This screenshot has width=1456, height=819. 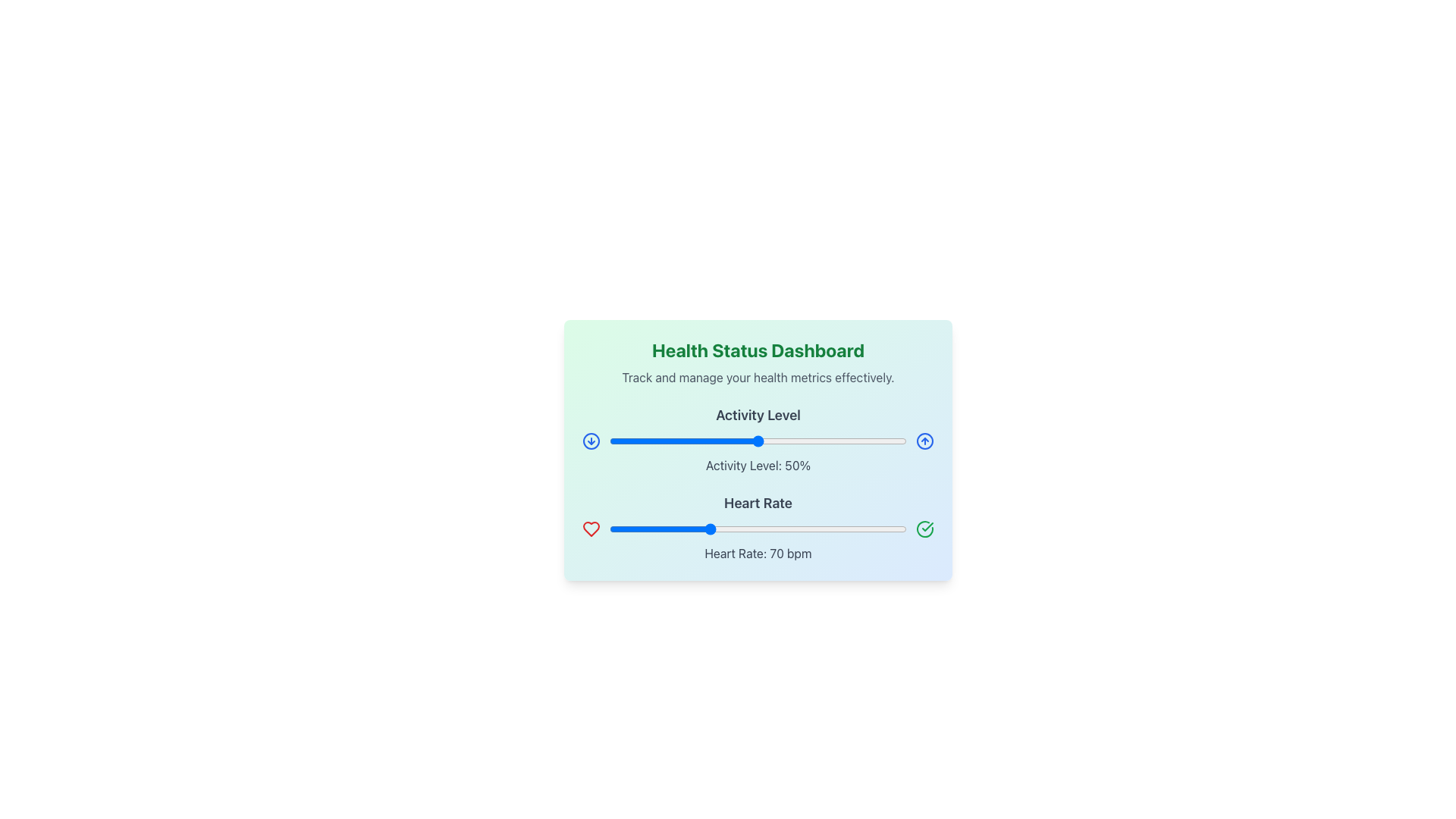 What do you see at coordinates (590, 441) in the screenshot?
I see `the SVG Circle with a blue border and white fill, which is located within the downward-pointing arrow icon on the far right side of the 'Activity Level' section` at bounding box center [590, 441].